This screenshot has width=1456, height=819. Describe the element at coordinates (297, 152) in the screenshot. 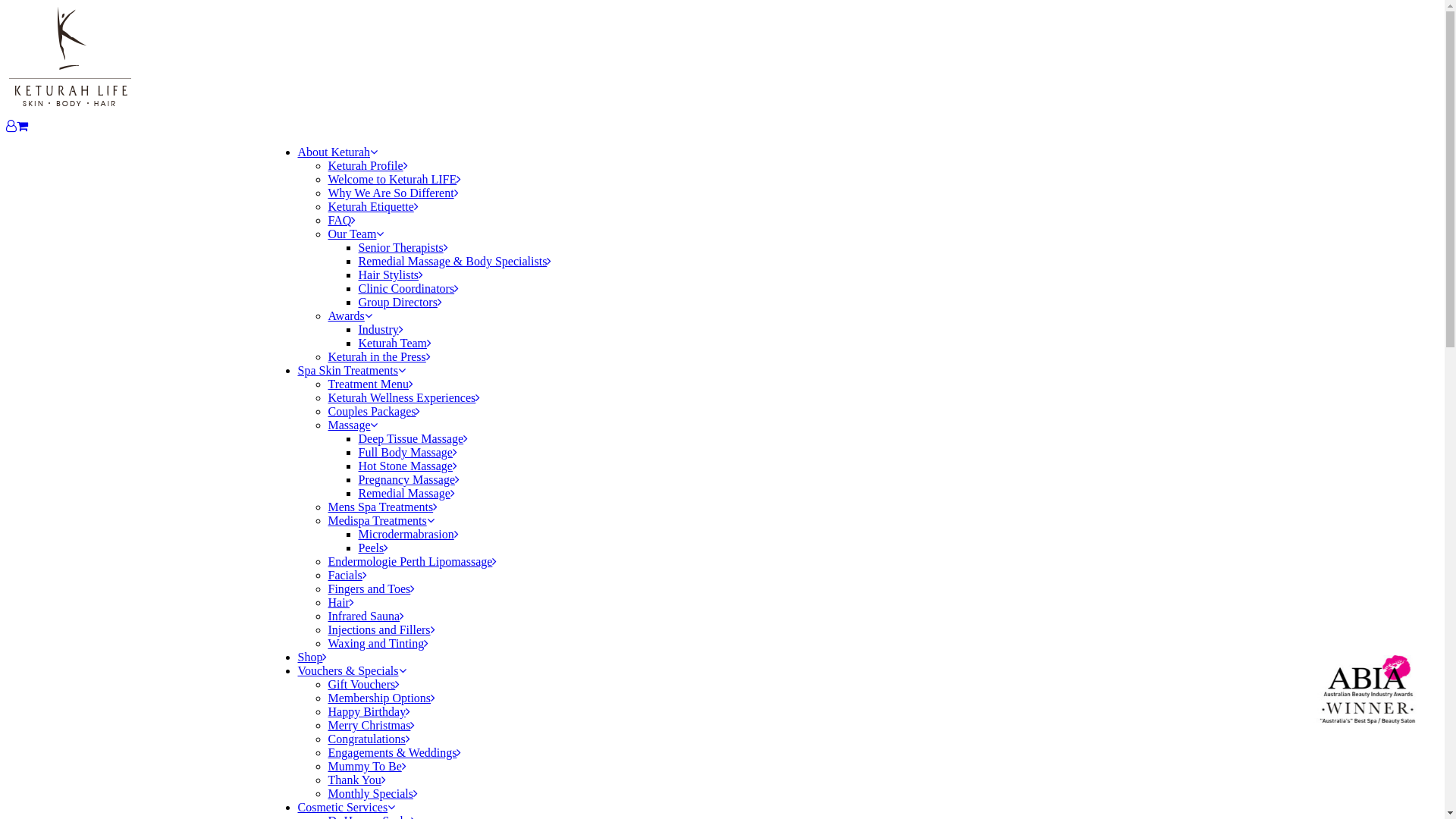

I see `'About Keturah'` at that location.